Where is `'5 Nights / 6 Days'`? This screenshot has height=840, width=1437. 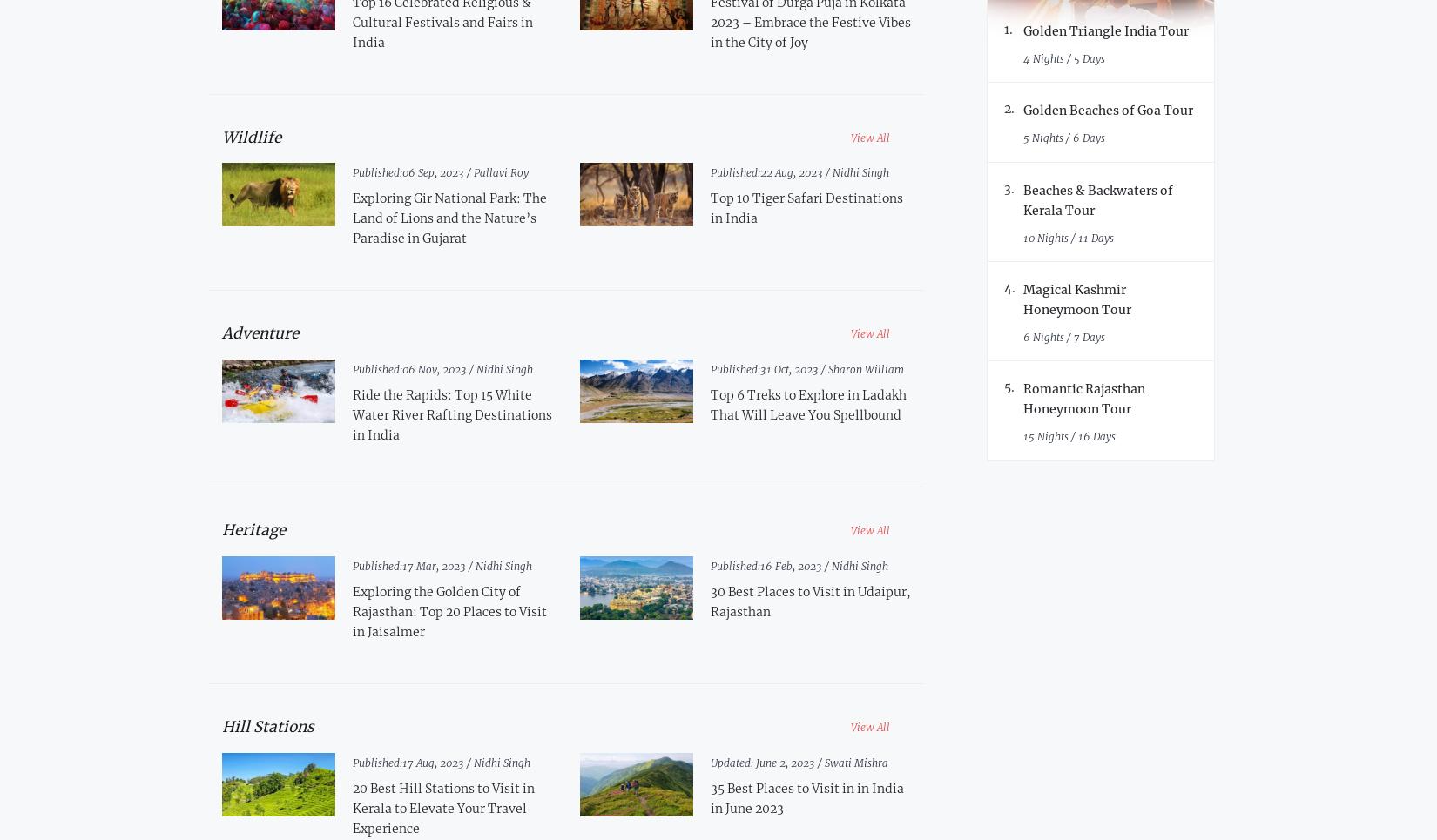
'5 Nights / 6 Days' is located at coordinates (1063, 137).